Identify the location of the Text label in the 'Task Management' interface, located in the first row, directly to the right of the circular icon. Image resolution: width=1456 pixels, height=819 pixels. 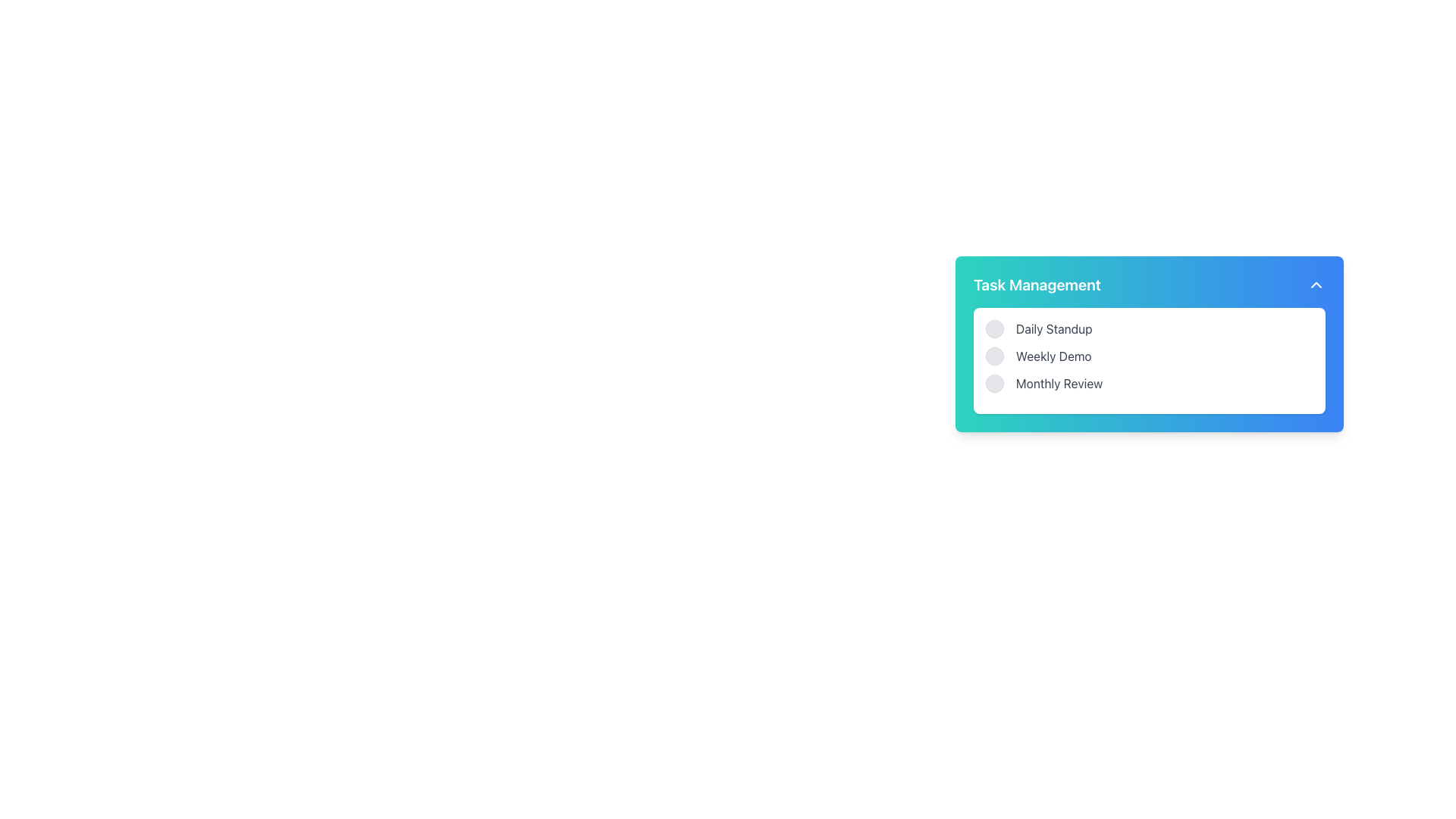
(1053, 328).